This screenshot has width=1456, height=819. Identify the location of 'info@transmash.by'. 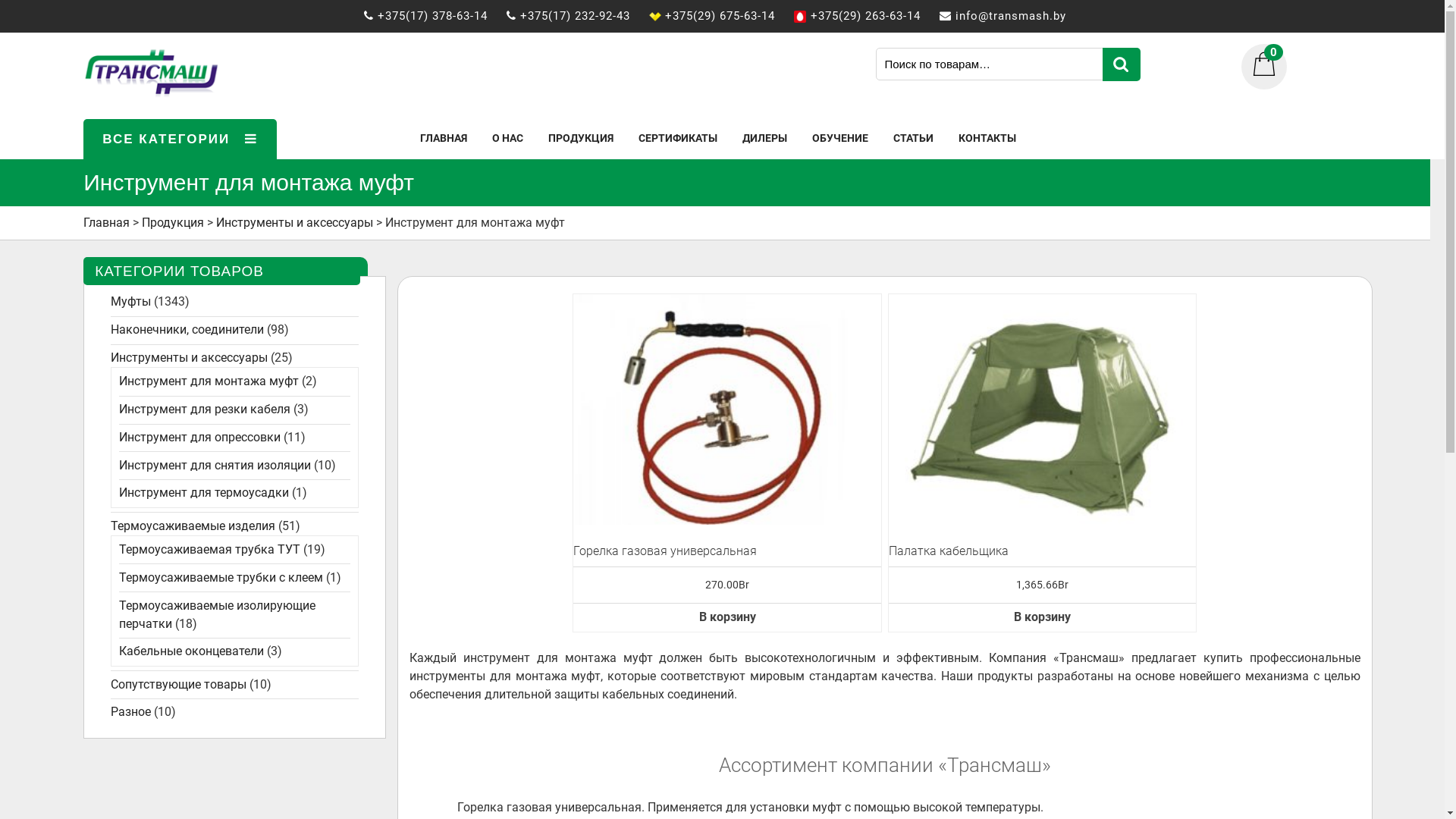
(1018, 15).